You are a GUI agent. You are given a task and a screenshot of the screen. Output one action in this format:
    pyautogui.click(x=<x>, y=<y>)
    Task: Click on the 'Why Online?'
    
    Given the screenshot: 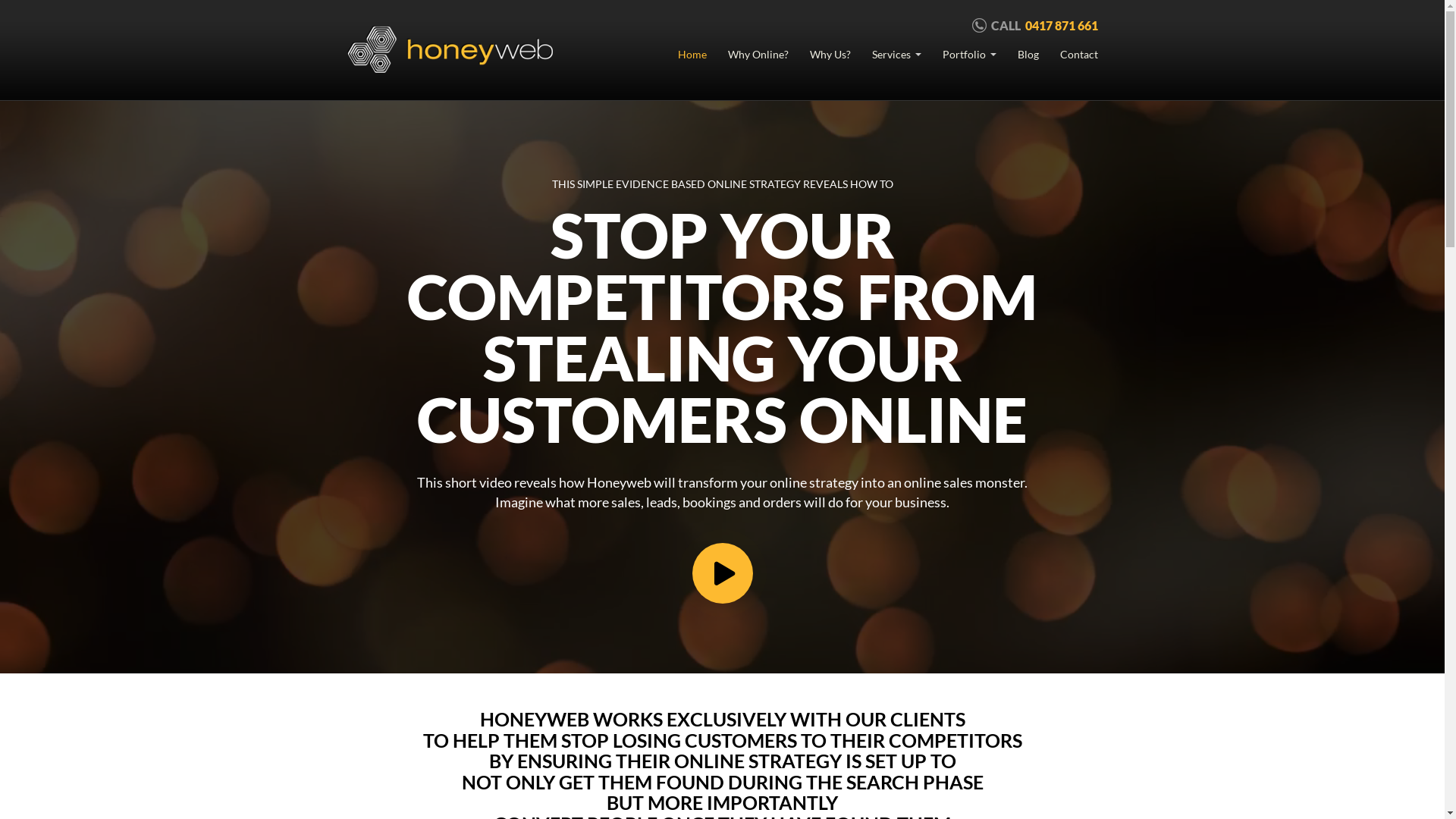 What is the action you would take?
    pyautogui.click(x=758, y=54)
    